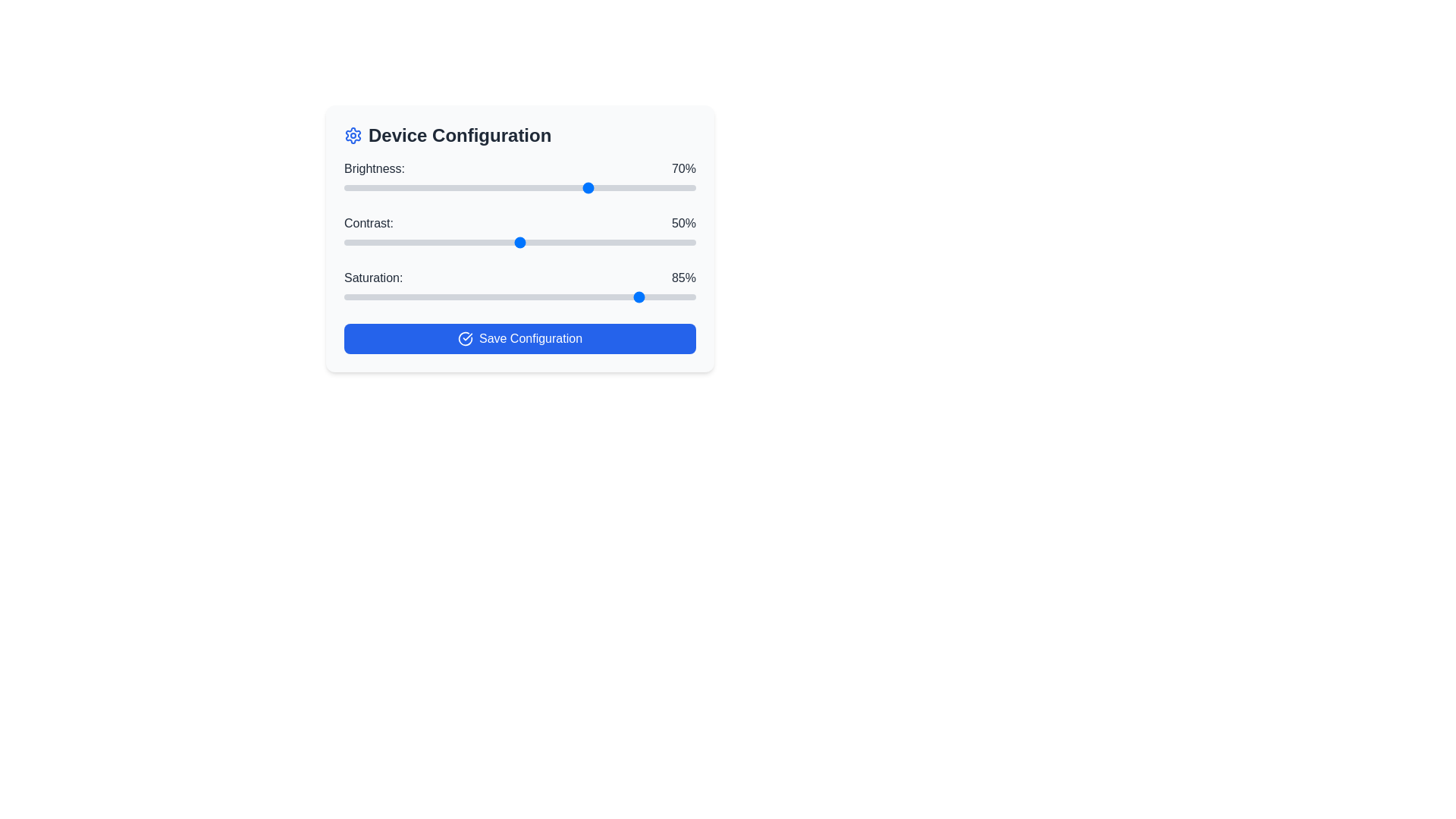 The image size is (1456, 819). What do you see at coordinates (506, 297) in the screenshot?
I see `saturation` at bounding box center [506, 297].